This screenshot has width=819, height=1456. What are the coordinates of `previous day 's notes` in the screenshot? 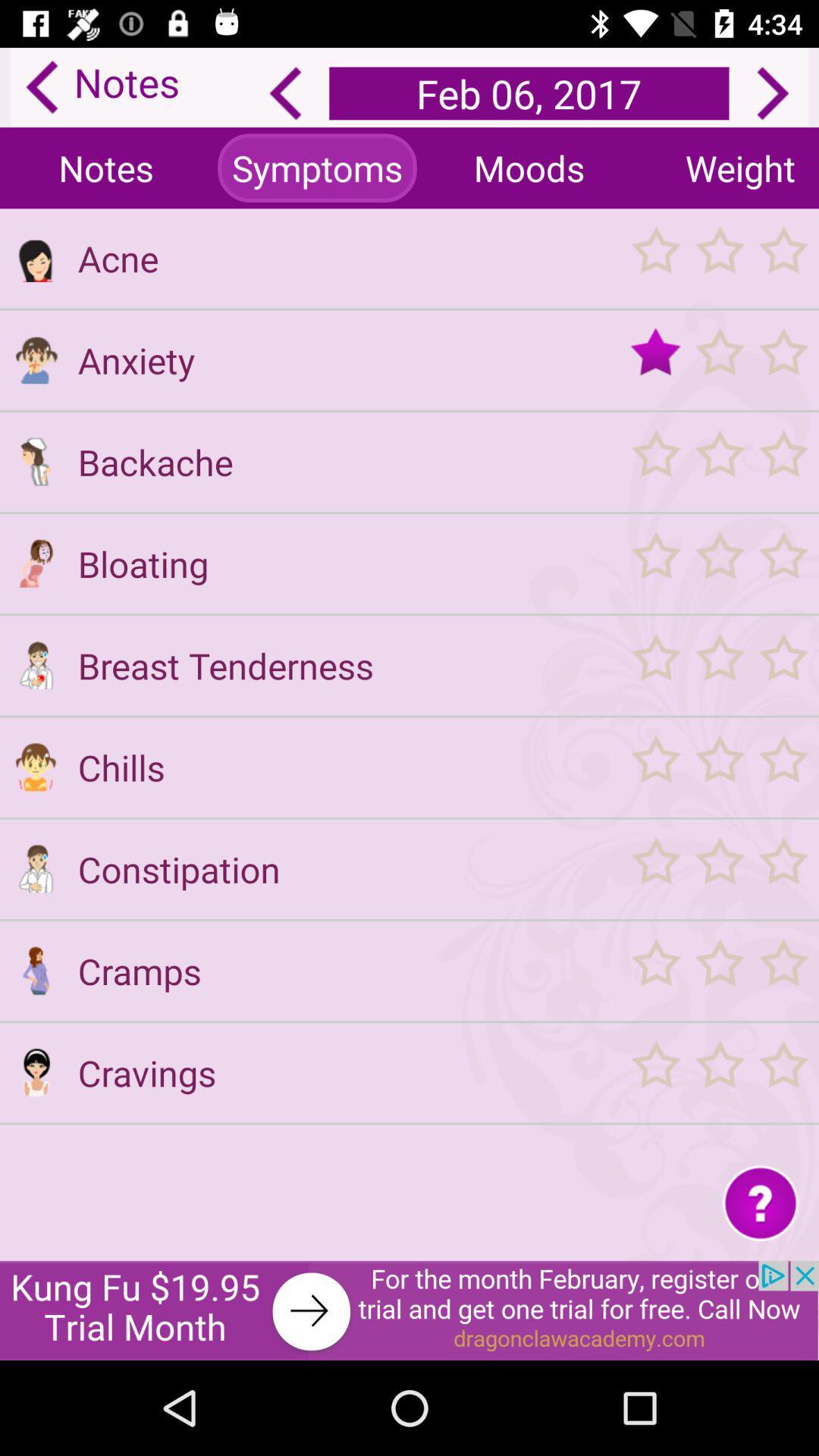 It's located at (285, 93).